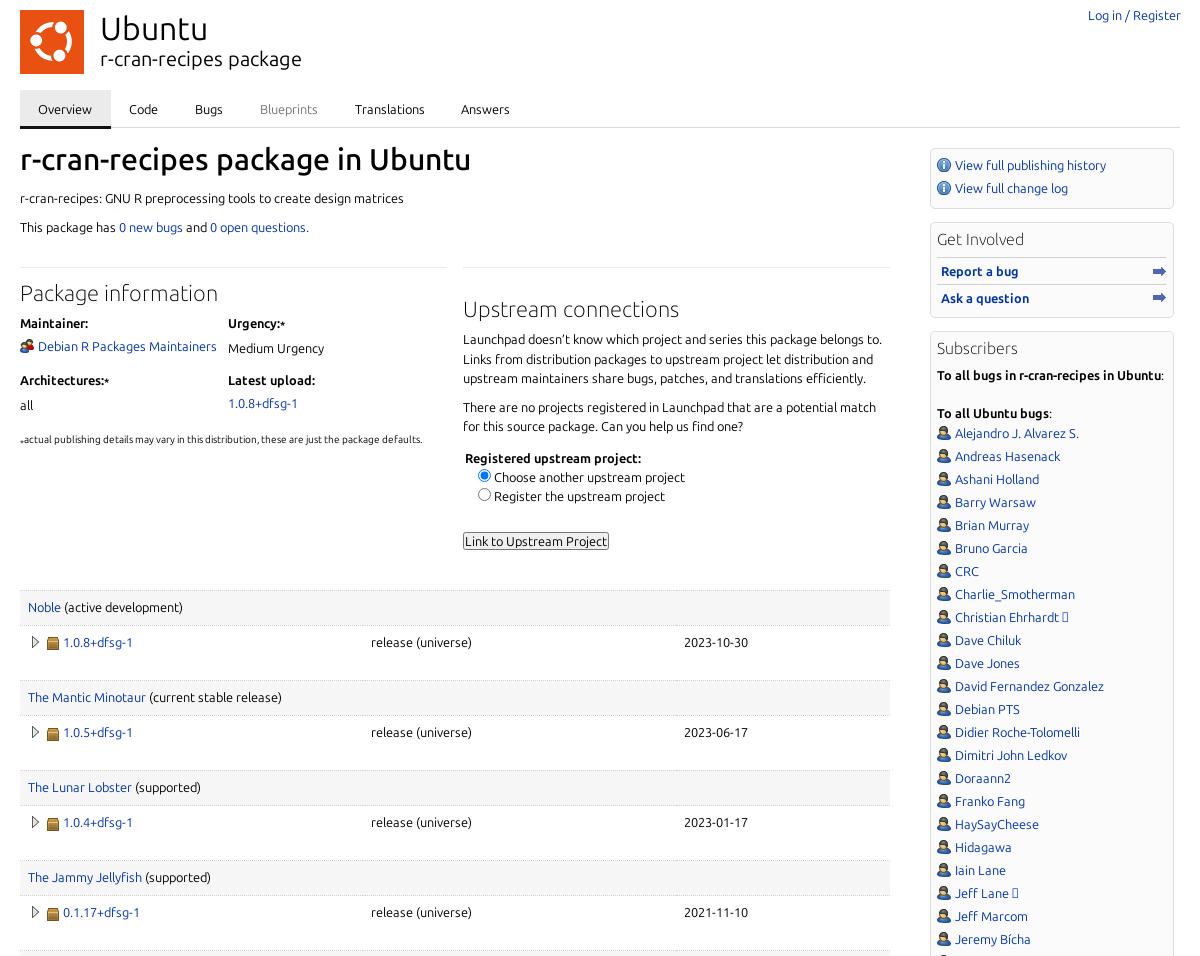 This screenshot has height=956, width=1200. What do you see at coordinates (244, 158) in the screenshot?
I see `'r-cran-recipes package in Ubuntu'` at bounding box center [244, 158].